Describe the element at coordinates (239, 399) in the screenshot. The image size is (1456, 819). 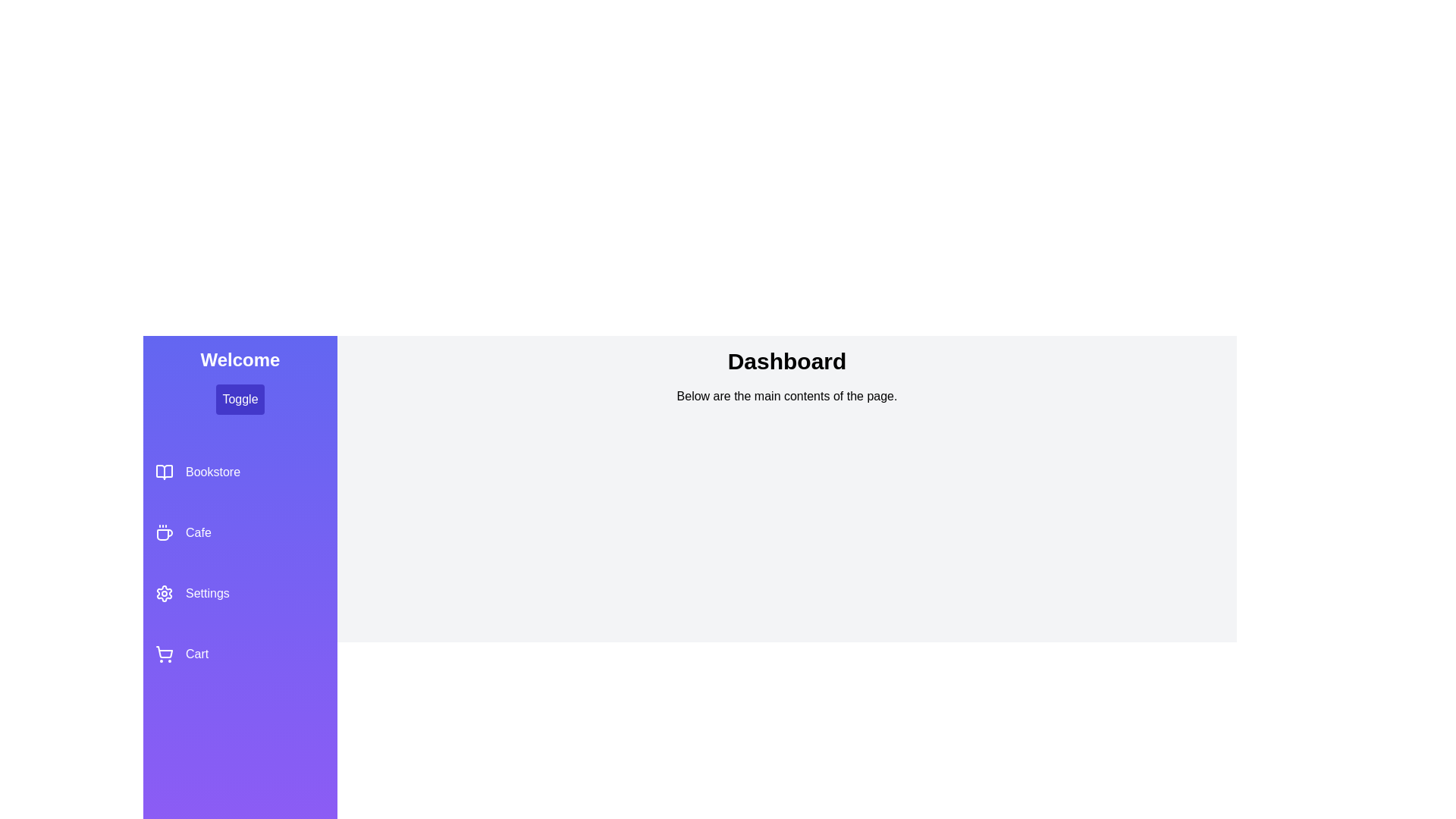
I see `the toggle button to open or close the drawer` at that location.